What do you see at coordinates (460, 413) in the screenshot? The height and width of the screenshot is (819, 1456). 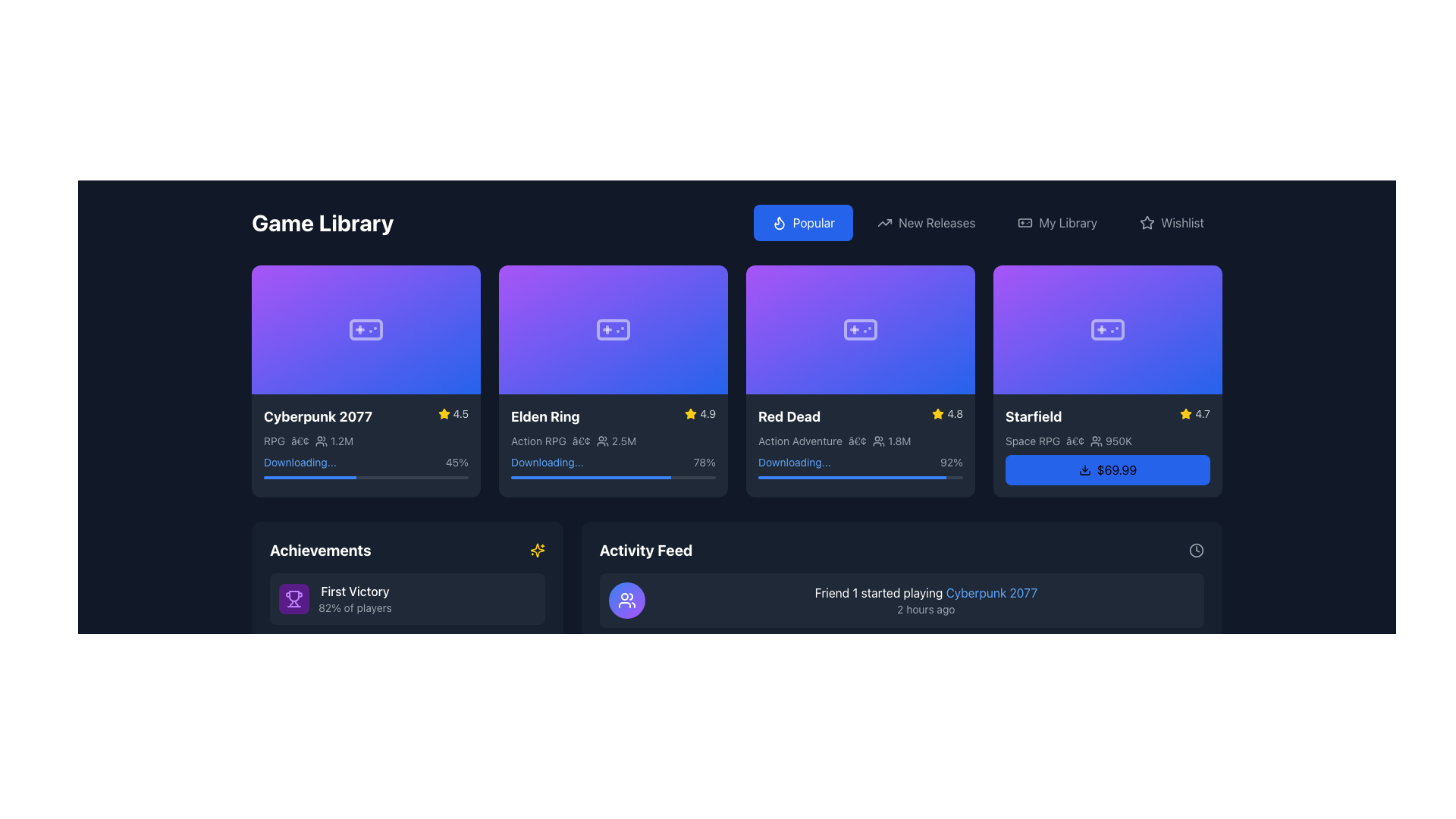 I see `the numerical text '4.5' indicating the rating value for the 'Cyberpunk 2077' game card, which is styled in a small gray font and located next to a yellow star icon` at bounding box center [460, 413].